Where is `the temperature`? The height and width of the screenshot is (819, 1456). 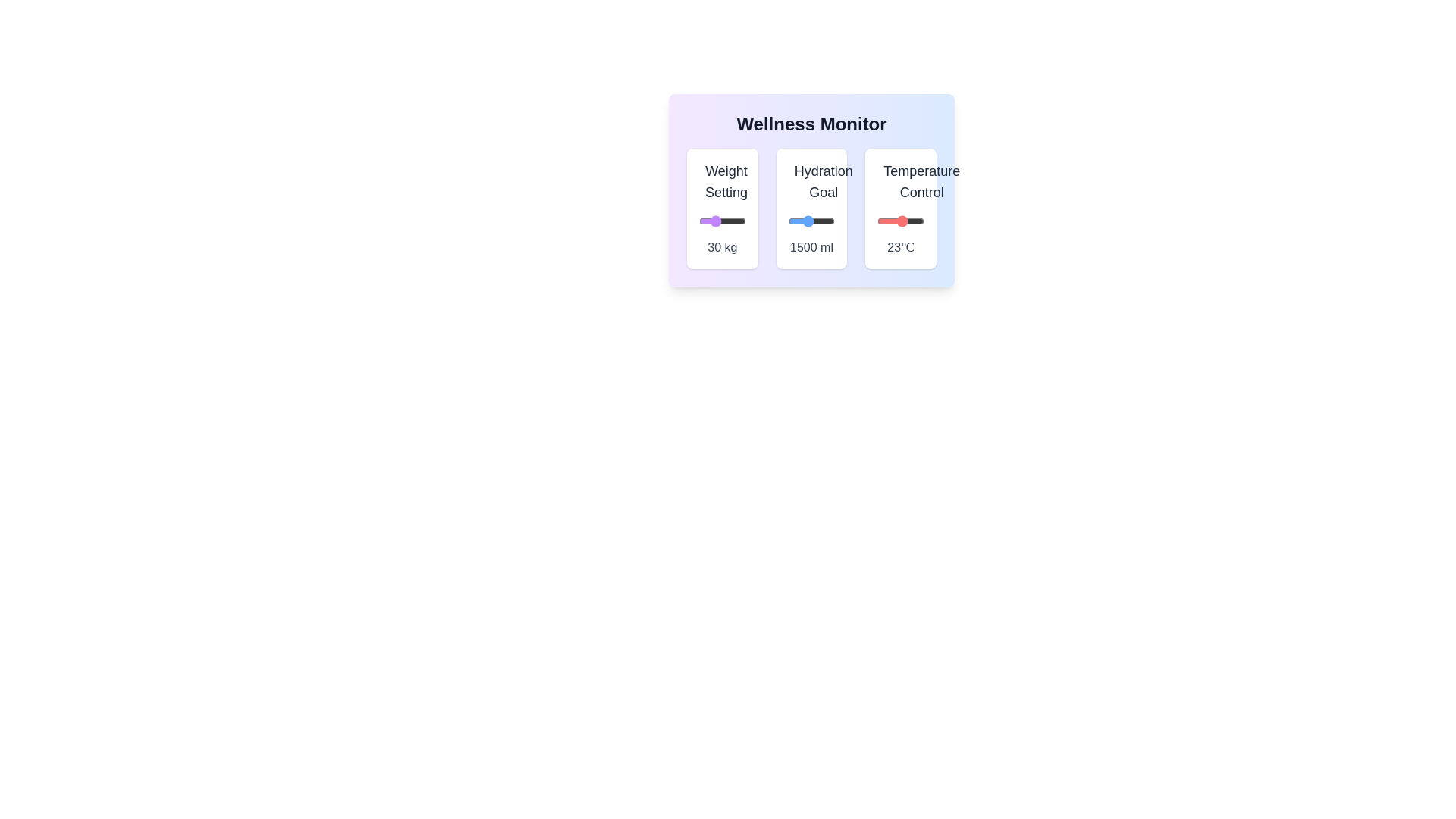 the temperature is located at coordinates (881, 221).